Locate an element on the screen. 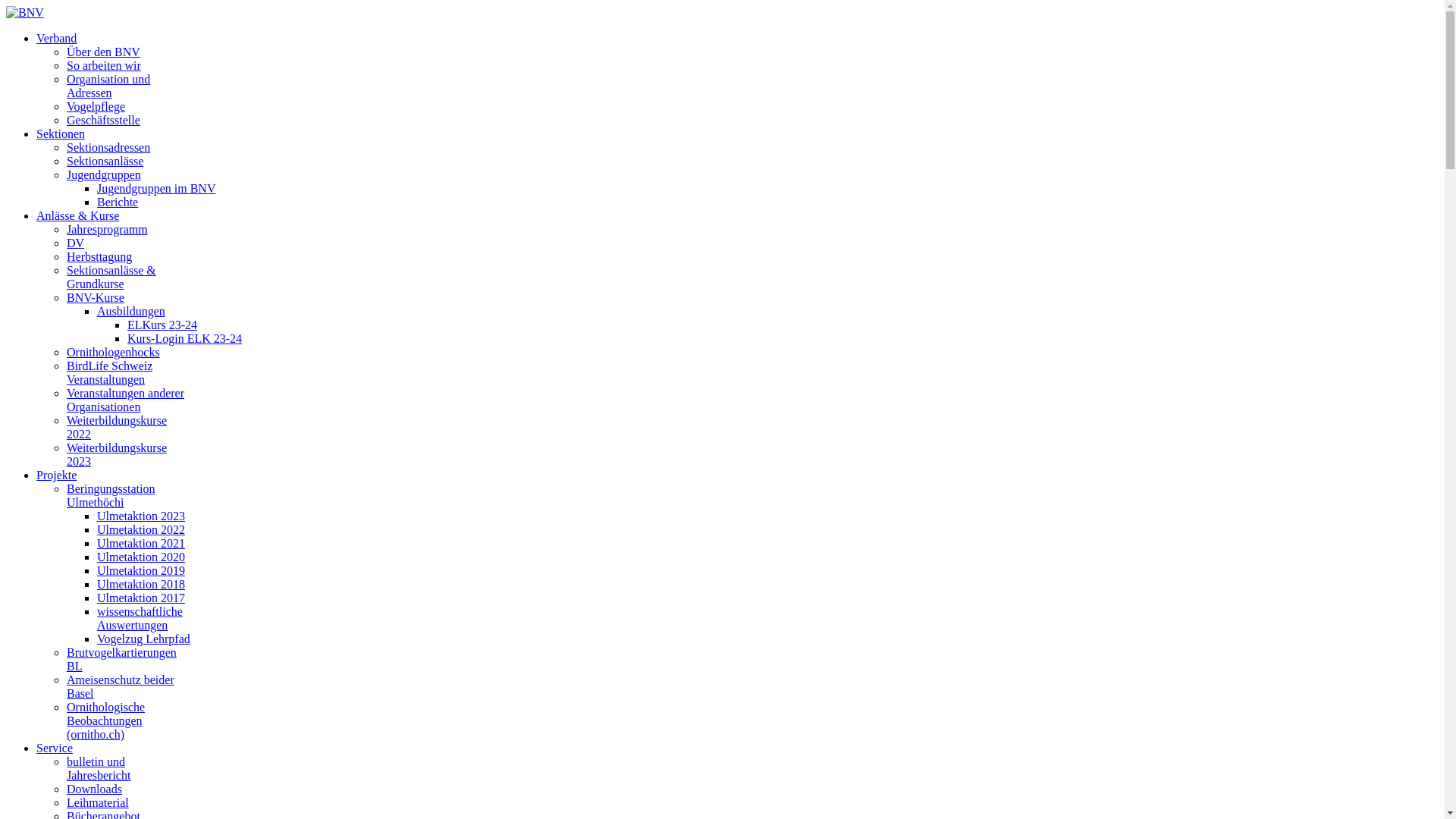 The height and width of the screenshot is (819, 1456). 'Ausbildungen' is located at coordinates (96, 310).